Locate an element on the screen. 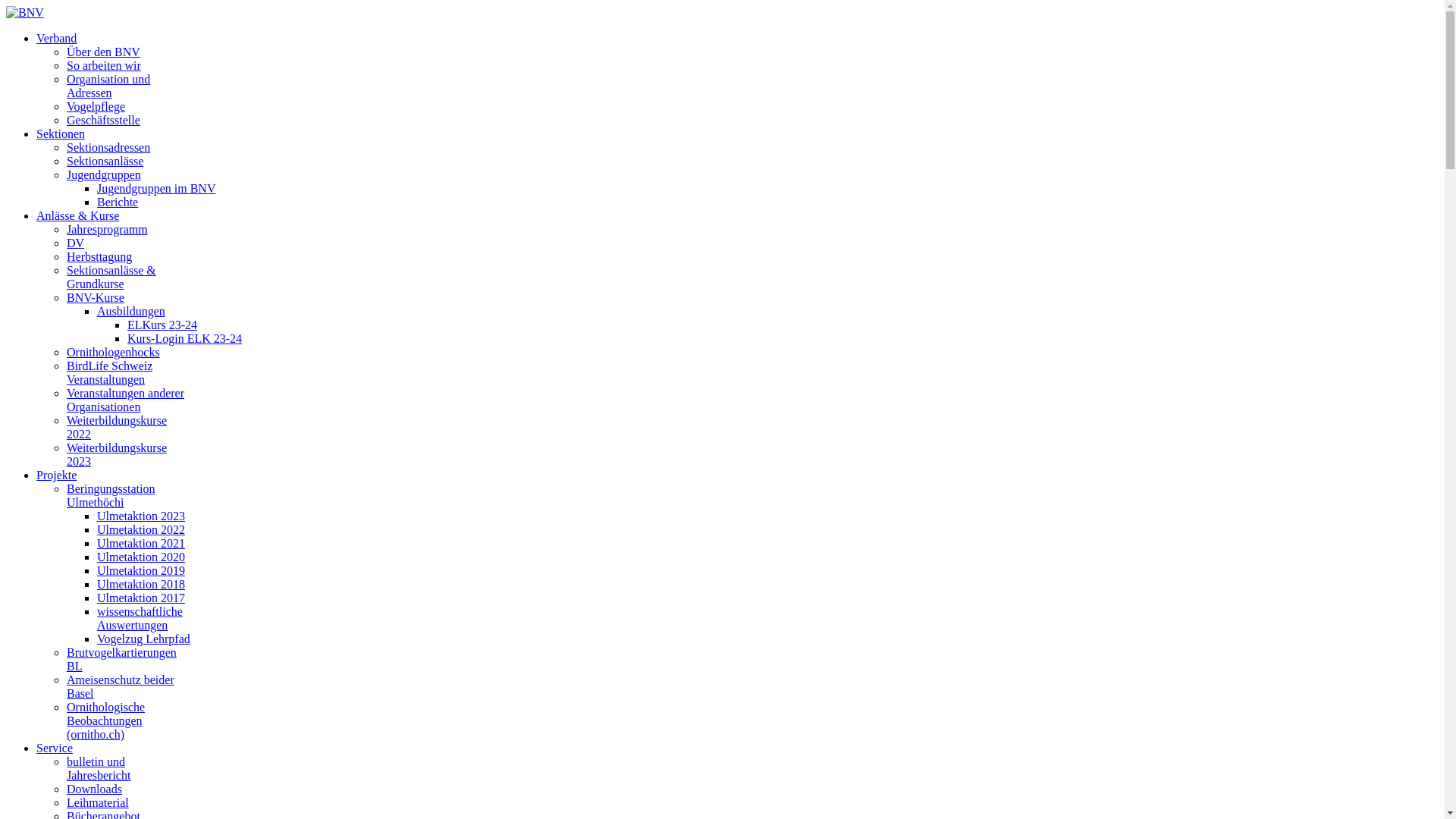 The height and width of the screenshot is (819, 1456). 'Ausbildungen' is located at coordinates (96, 310).